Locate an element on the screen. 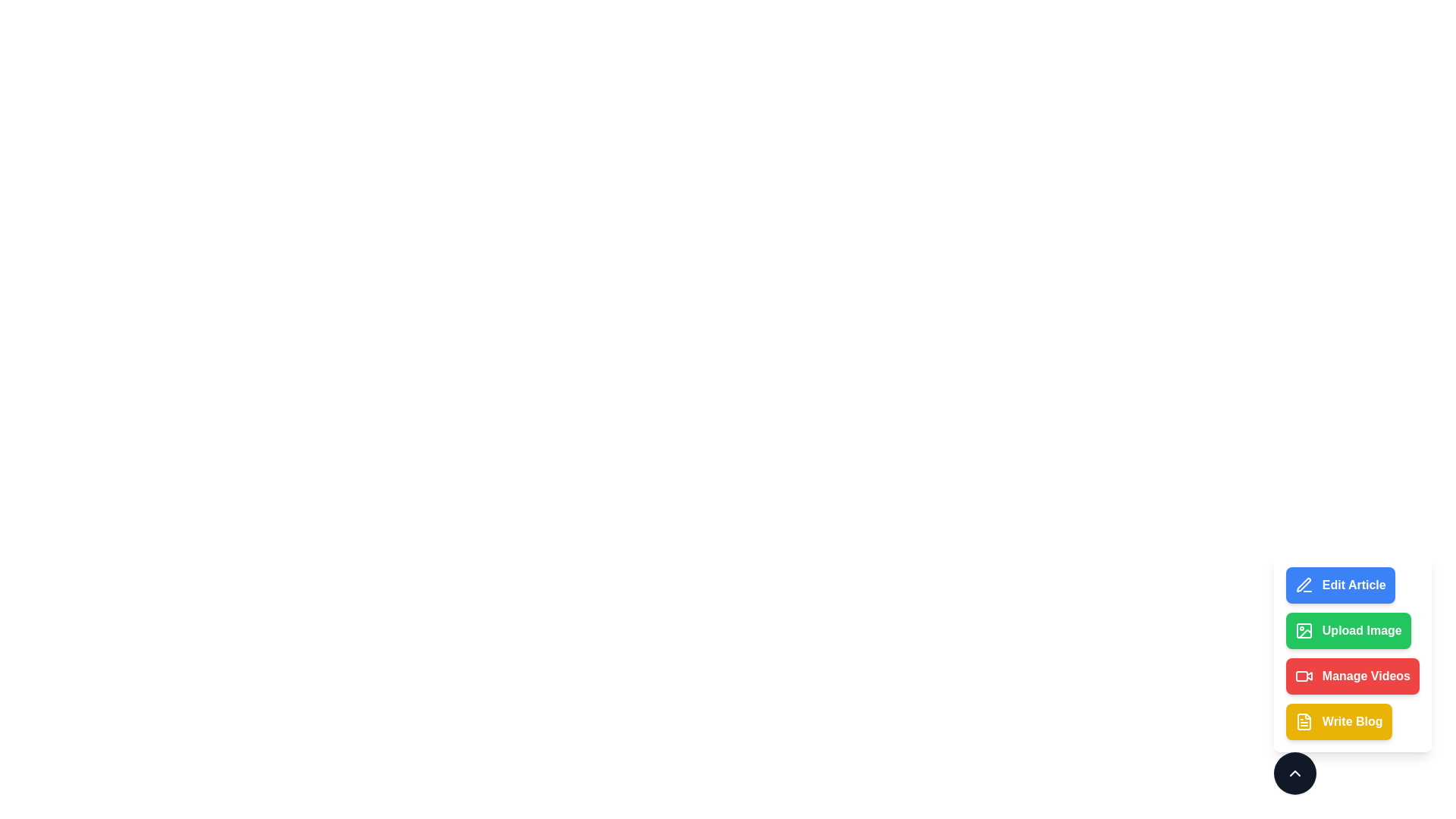  the action Manage Videos from the menu is located at coordinates (1352, 675).